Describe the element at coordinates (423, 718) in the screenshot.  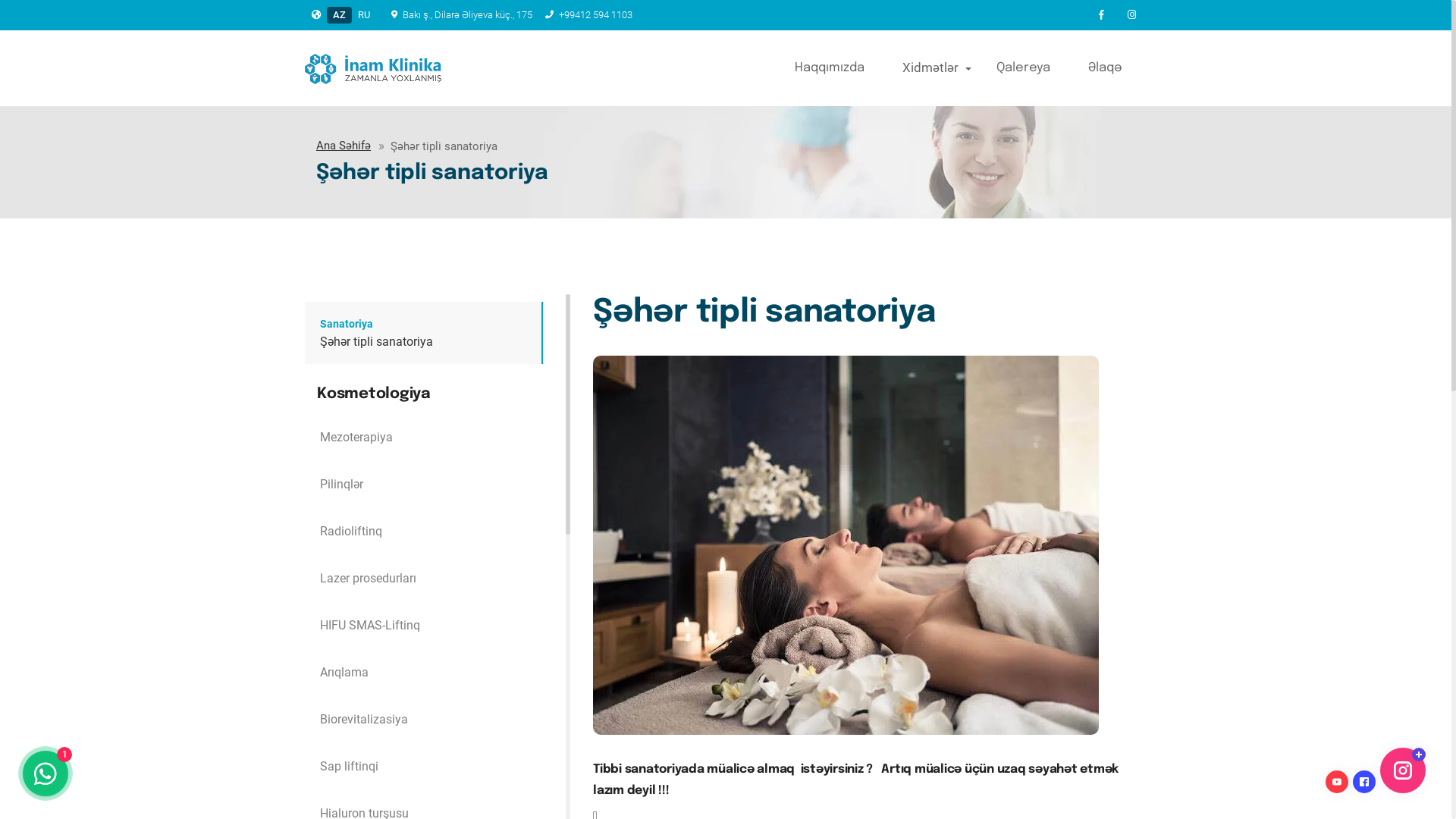
I see `'Biorevitalizasiya'` at that location.